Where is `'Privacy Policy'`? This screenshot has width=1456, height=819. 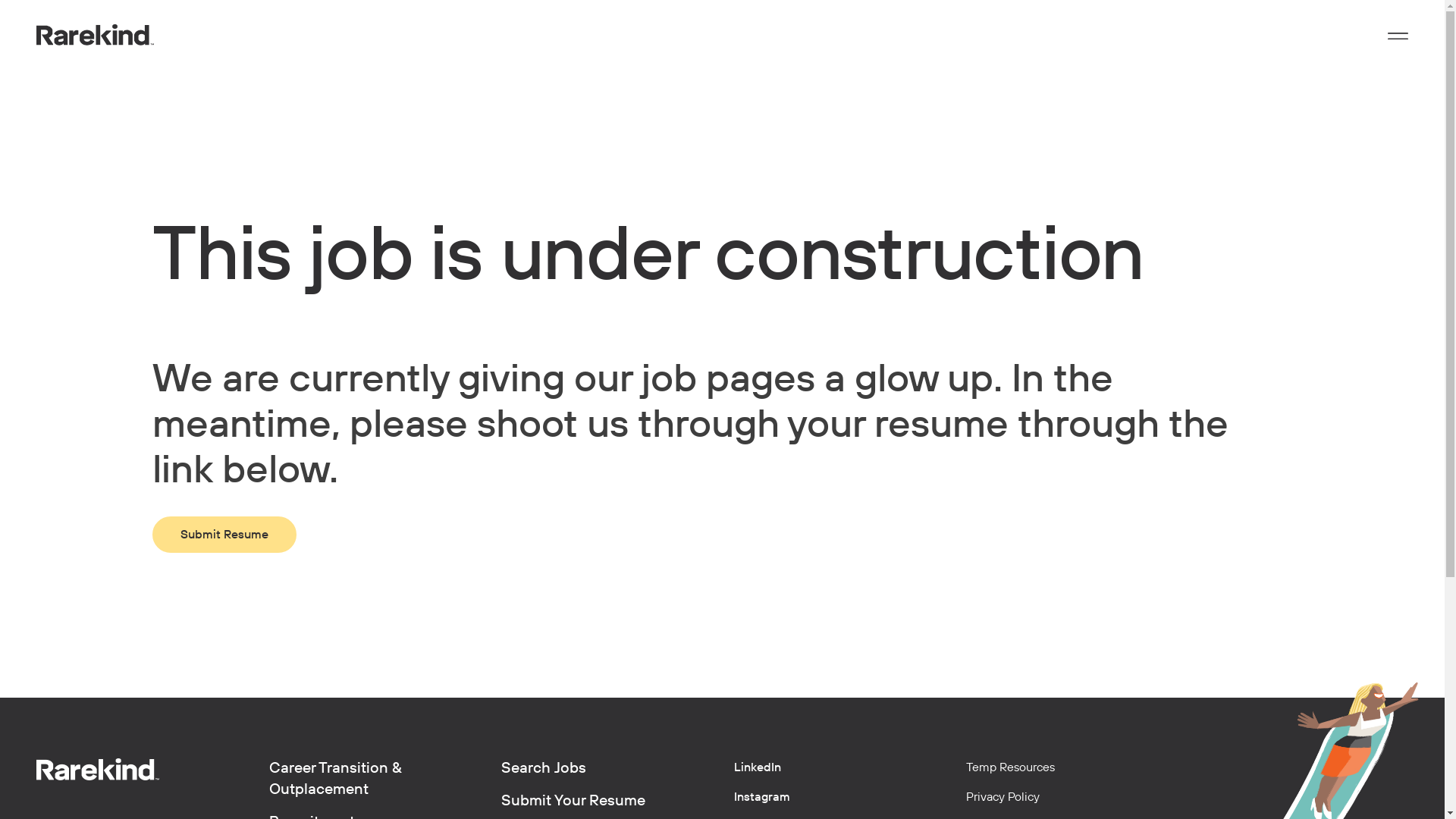
'Privacy Policy' is located at coordinates (1003, 795).